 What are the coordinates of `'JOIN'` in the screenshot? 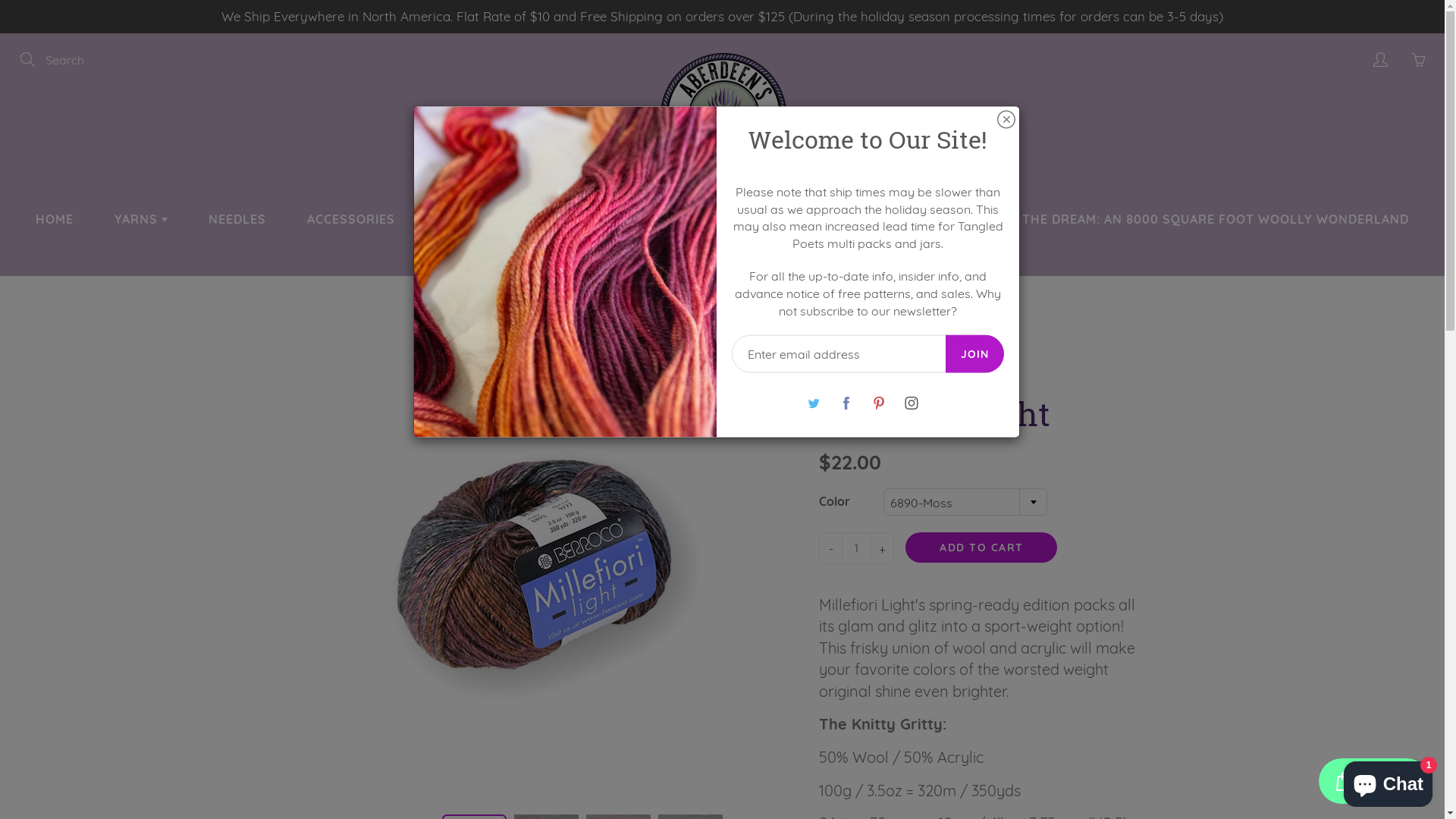 It's located at (974, 353).